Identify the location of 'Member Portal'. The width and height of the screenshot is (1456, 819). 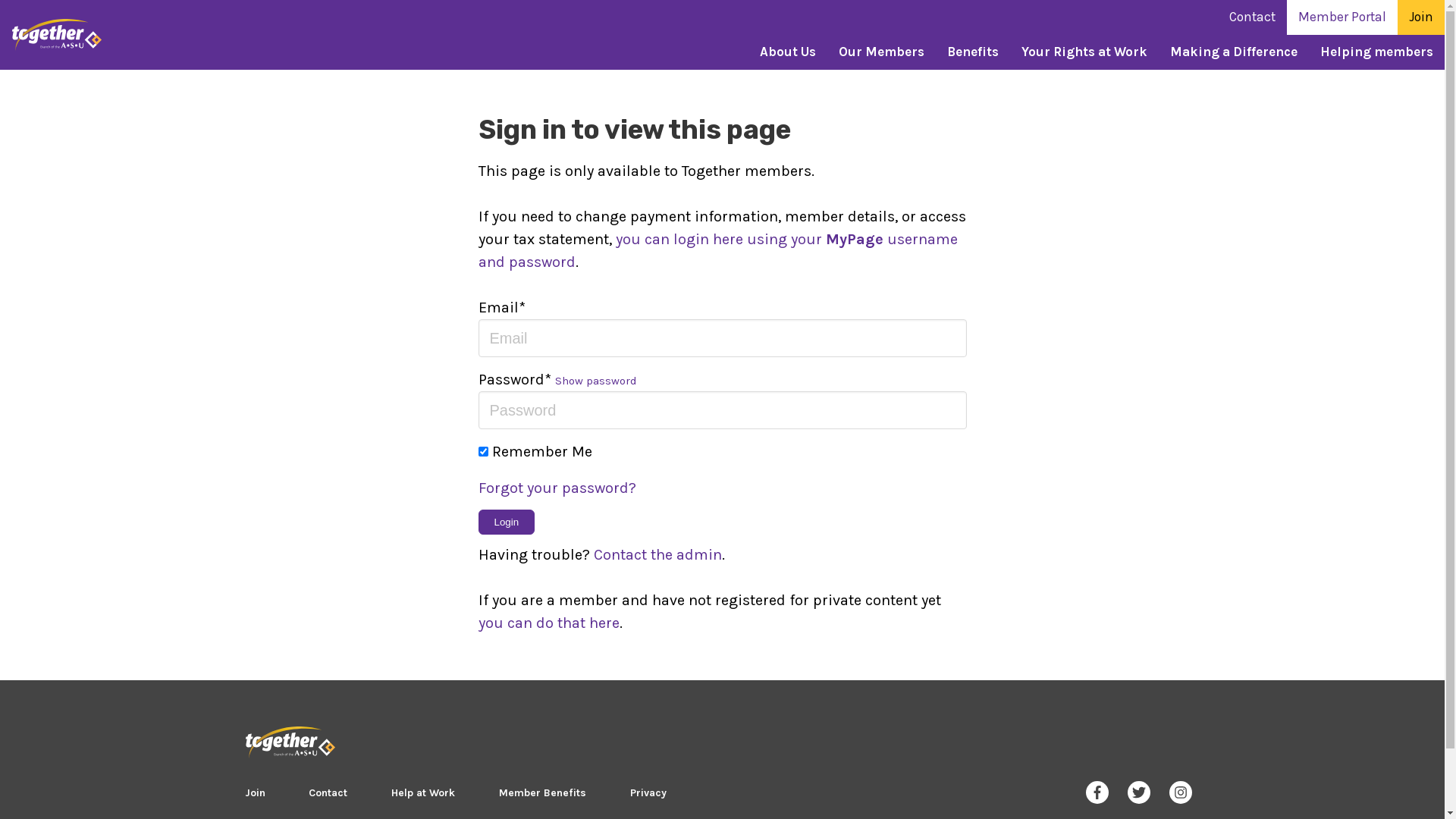
(1342, 17).